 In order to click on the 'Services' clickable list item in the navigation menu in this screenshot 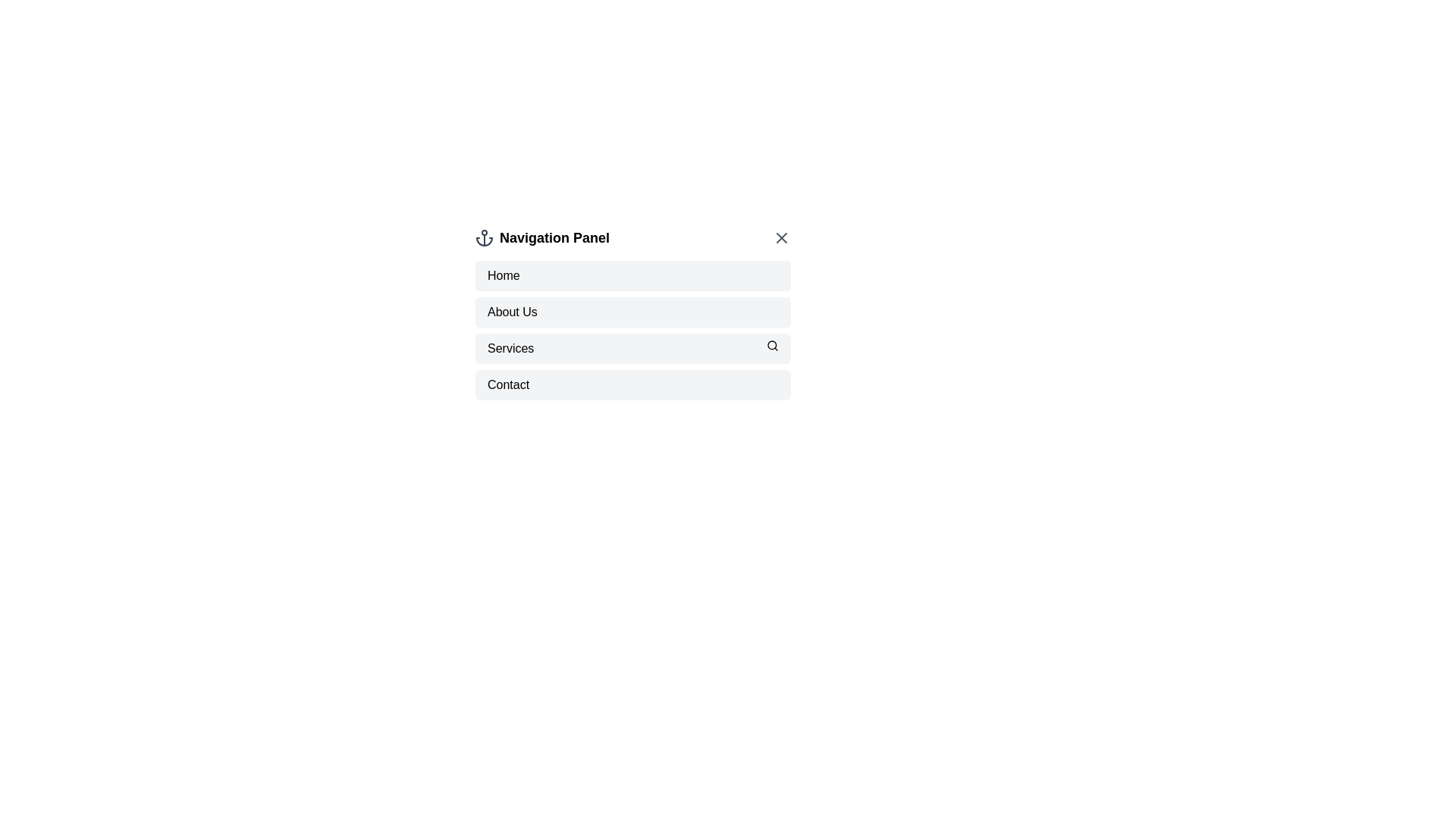, I will do `click(633, 348)`.